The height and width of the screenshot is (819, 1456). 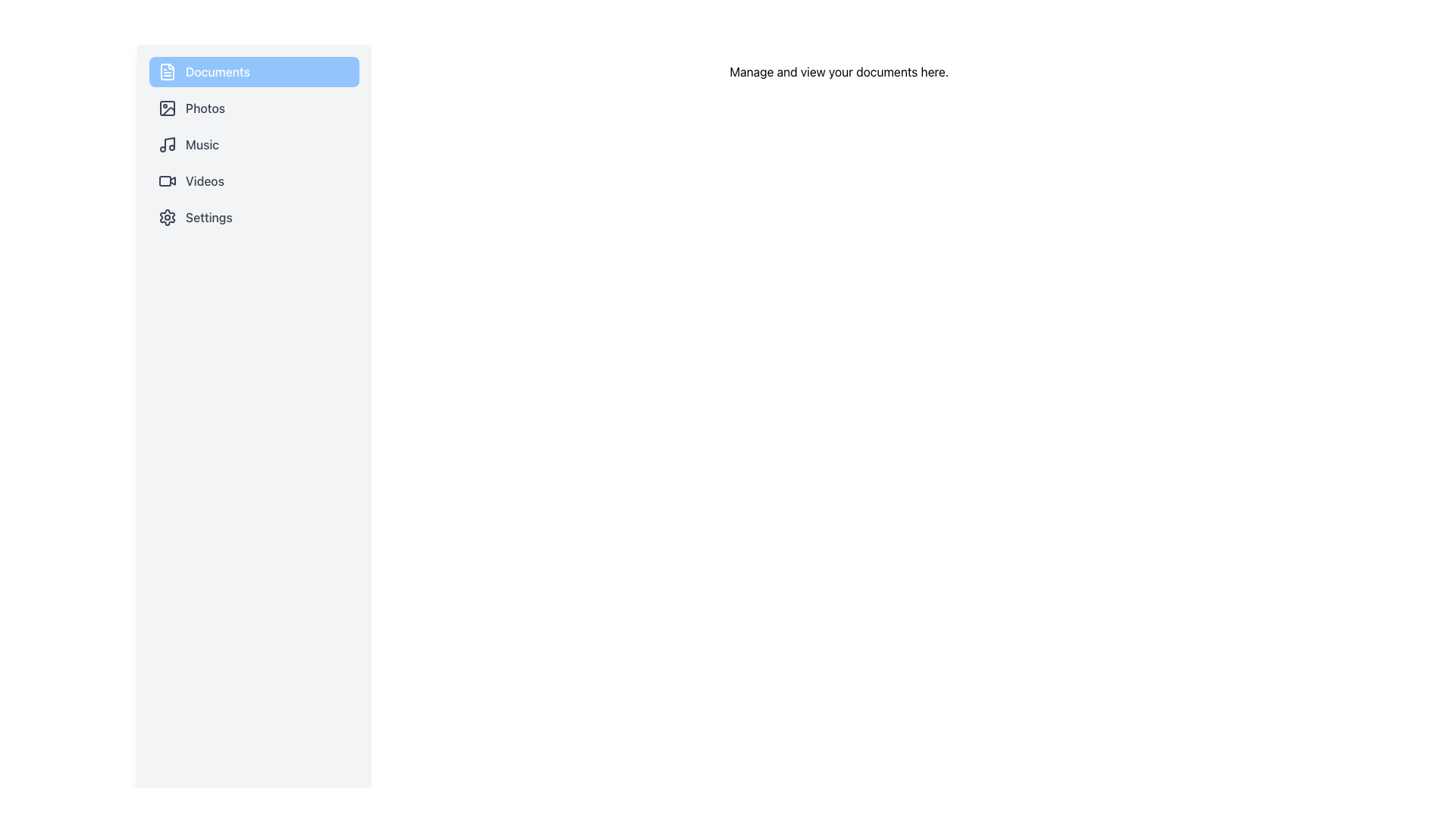 I want to click on the 'Documents' button in the navigation menu to potentially reveal a tooltip or additional information, so click(x=254, y=72).